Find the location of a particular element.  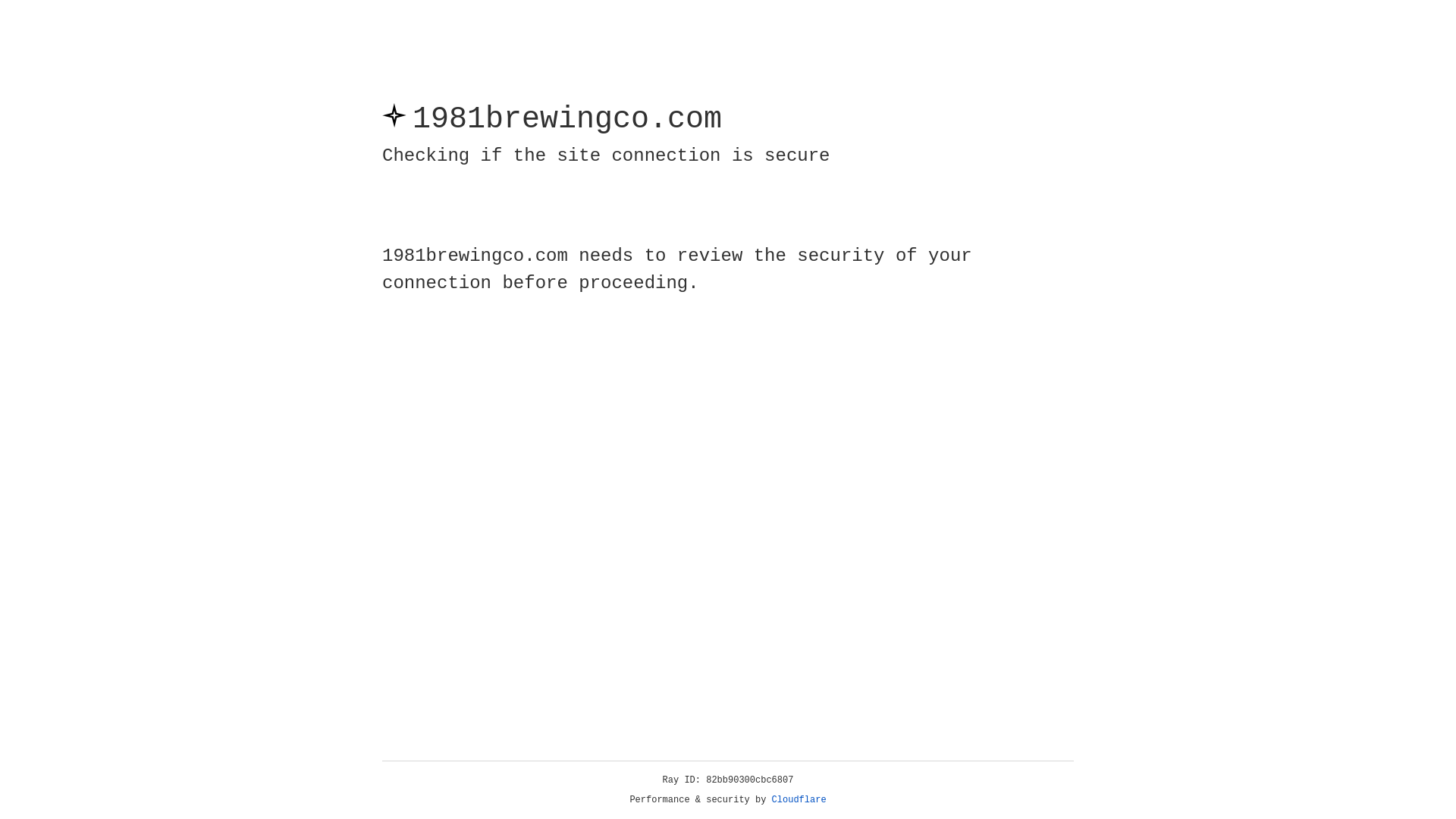

'Cloudflare' is located at coordinates (799, 799).